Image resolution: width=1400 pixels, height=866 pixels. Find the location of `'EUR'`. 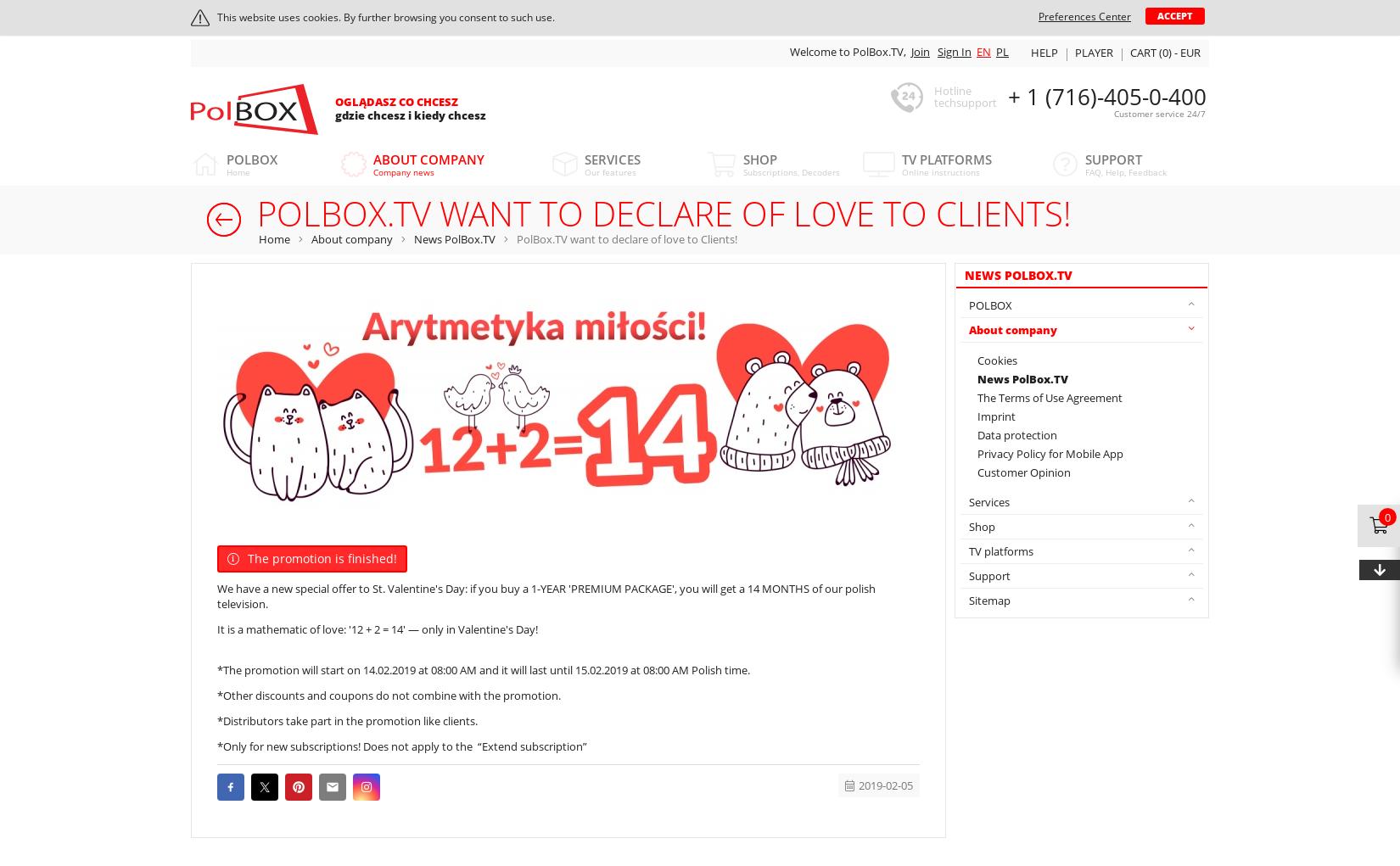

'EUR' is located at coordinates (1189, 52).